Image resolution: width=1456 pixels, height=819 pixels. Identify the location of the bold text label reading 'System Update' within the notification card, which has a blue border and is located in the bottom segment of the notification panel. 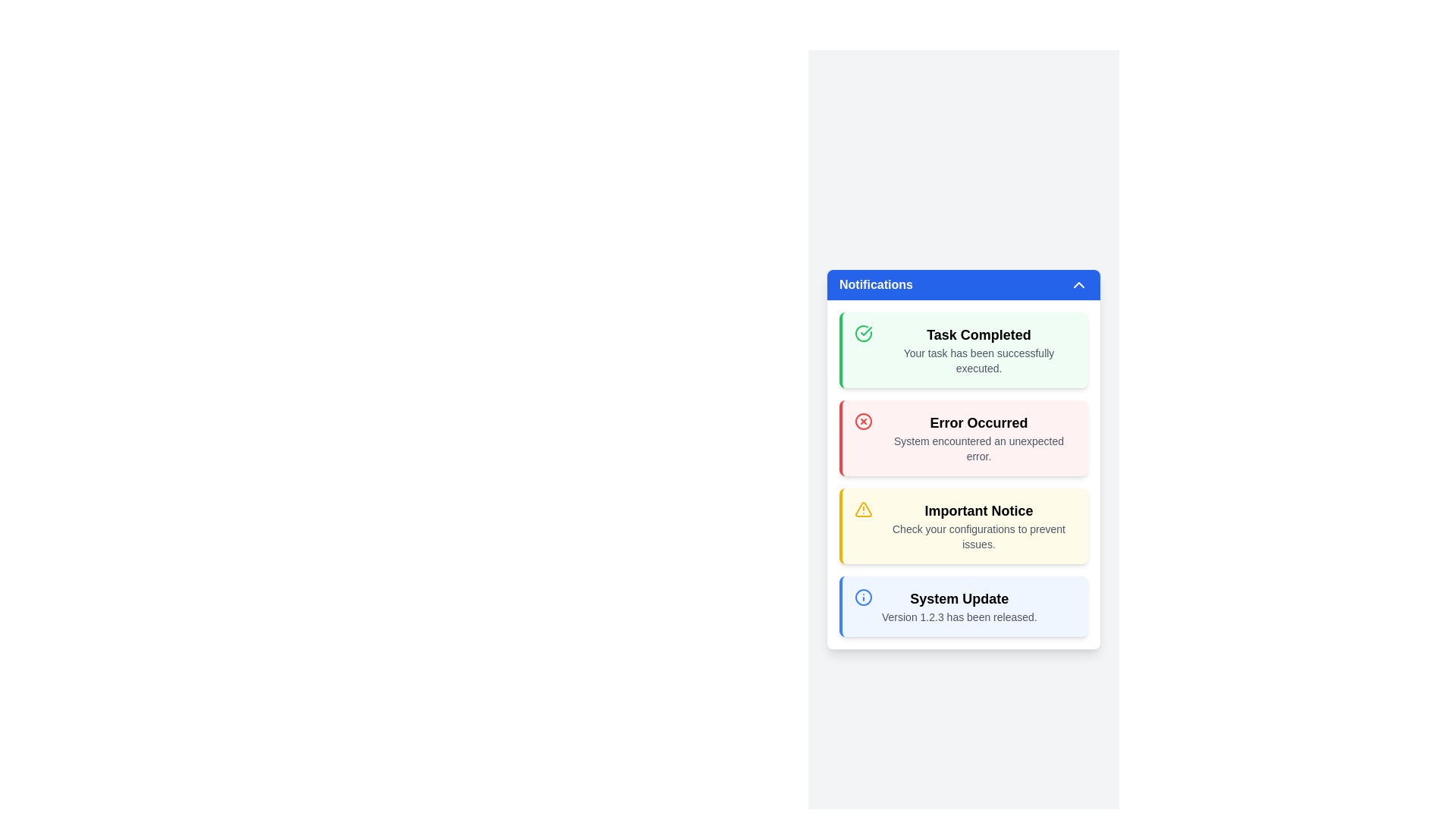
(959, 598).